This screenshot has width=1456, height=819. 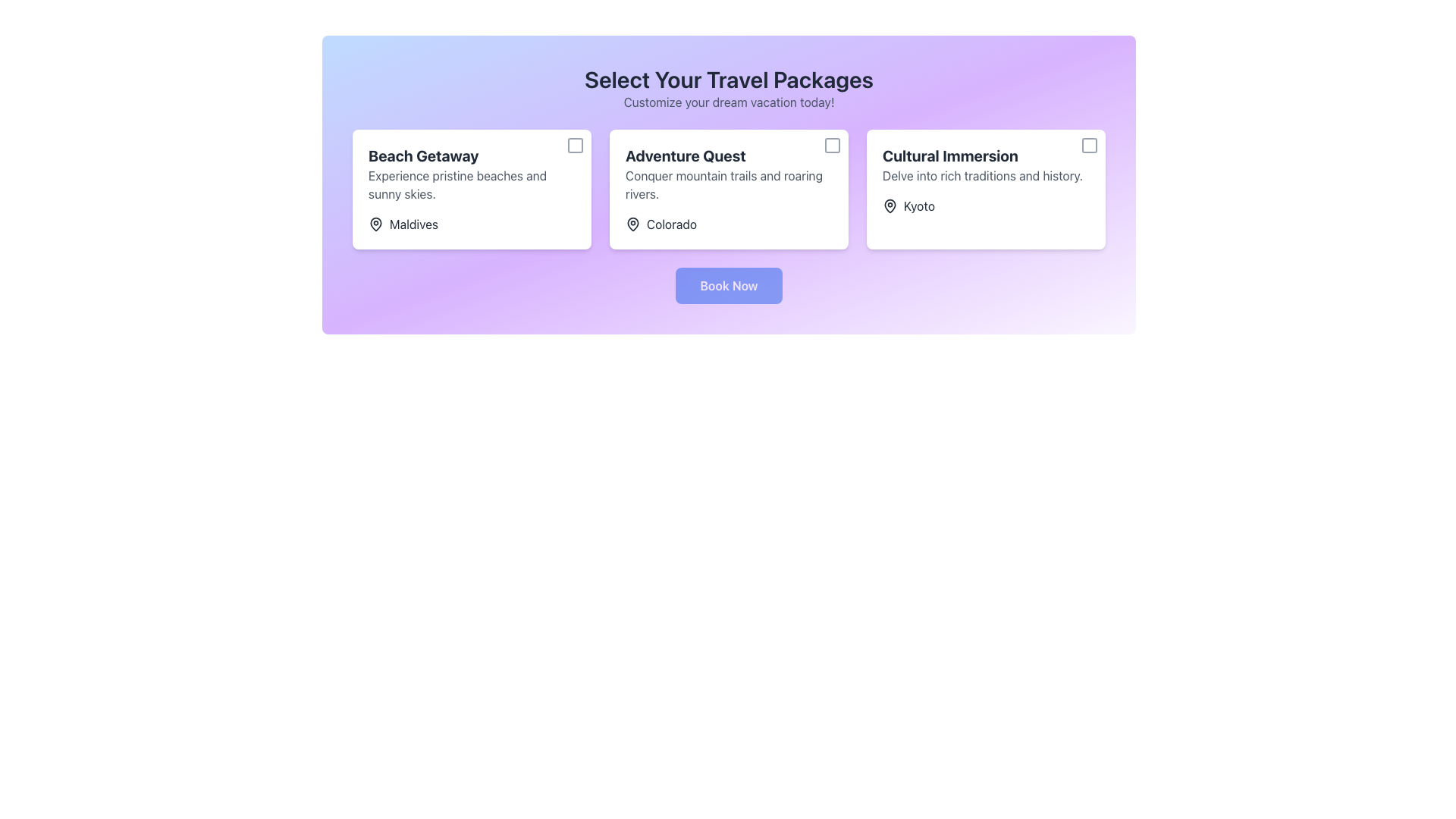 I want to click on the inner rectangle of the SVG icon located at the top-right of the 'Adventure Quest' card, so click(x=832, y=146).